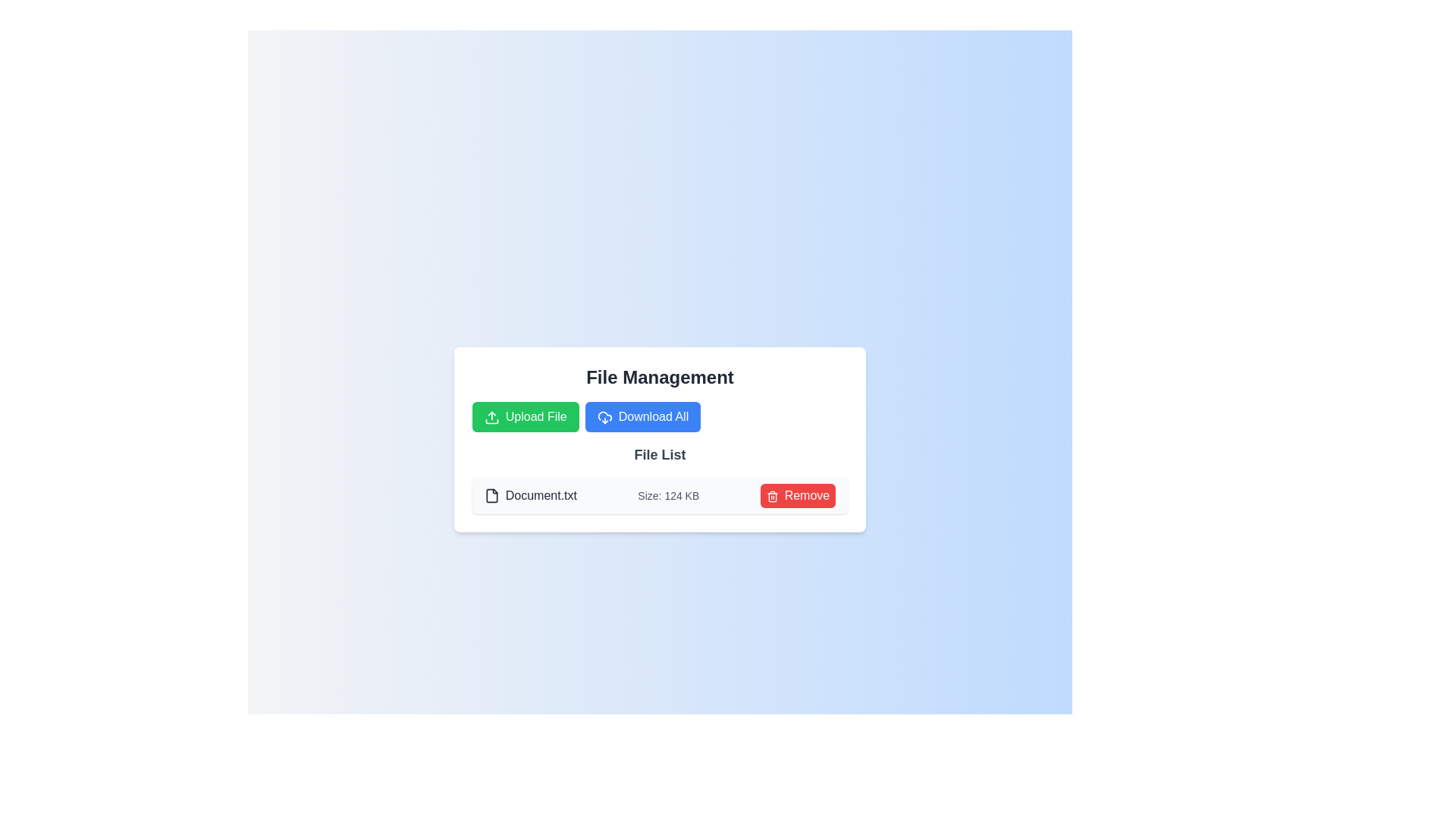 The image size is (1456, 819). Describe the element at coordinates (797, 496) in the screenshot. I see `the 'Remove' button located at the rightmost position next to the file size information for 'Document.txt'` at that location.